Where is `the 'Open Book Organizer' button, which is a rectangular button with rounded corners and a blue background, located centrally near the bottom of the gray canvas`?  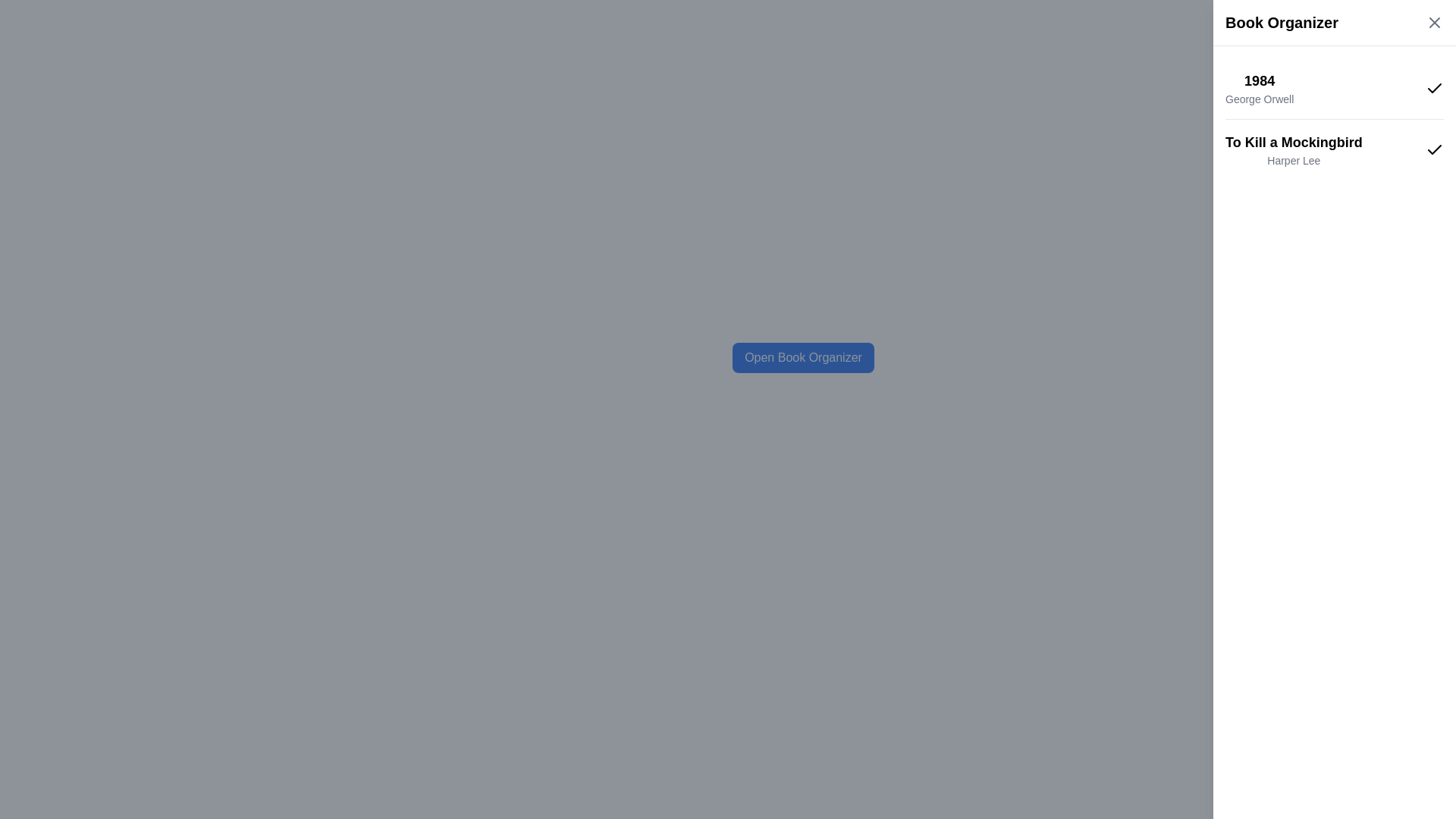 the 'Open Book Organizer' button, which is a rectangular button with rounded corners and a blue background, located centrally near the bottom of the gray canvas is located at coordinates (802, 357).